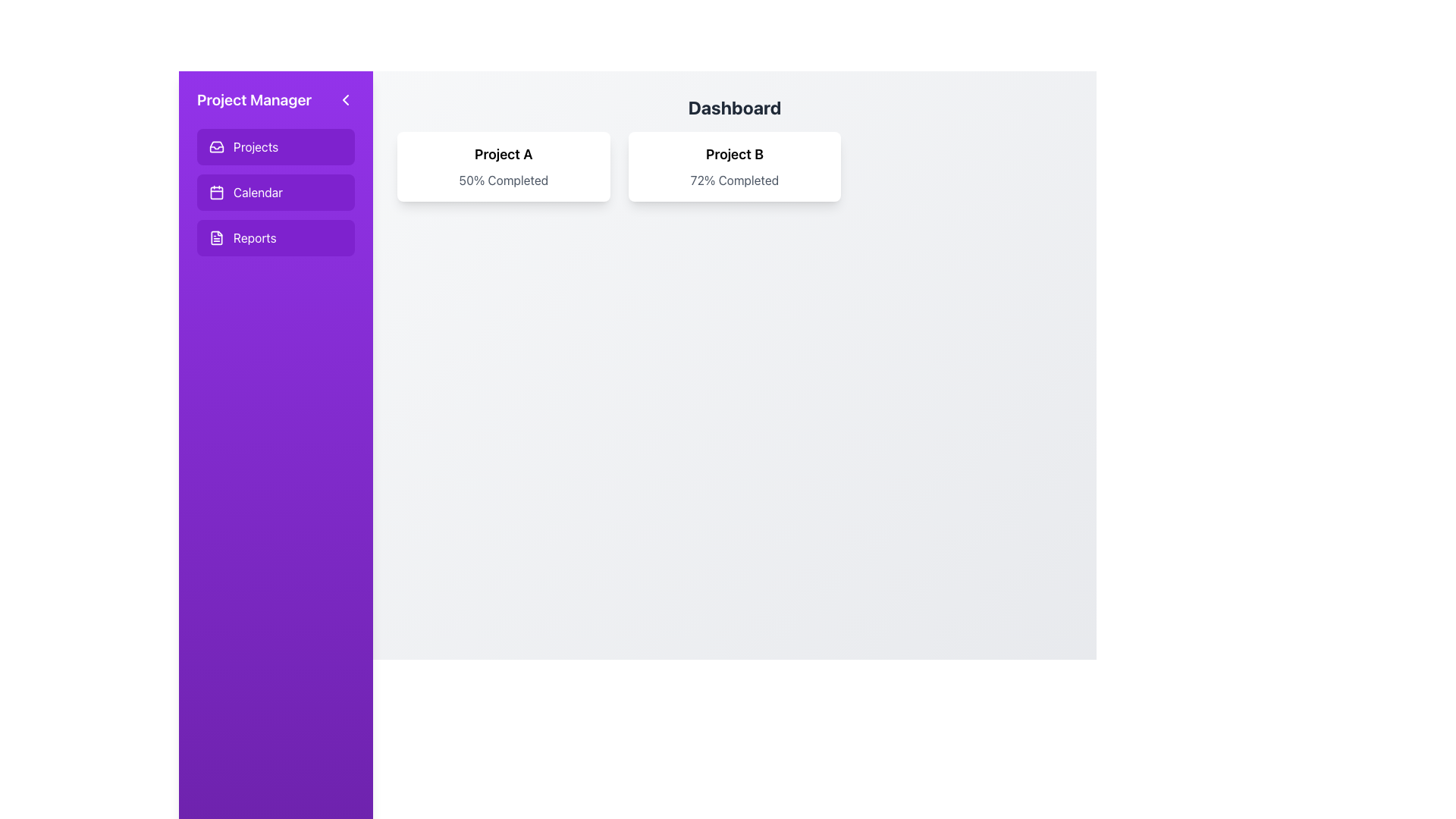 The image size is (1456, 819). What do you see at coordinates (345, 99) in the screenshot?
I see `the left-pointing chevron icon located in the purple sidebar section at the top right corner, just below the 'Project Manager' label` at bounding box center [345, 99].